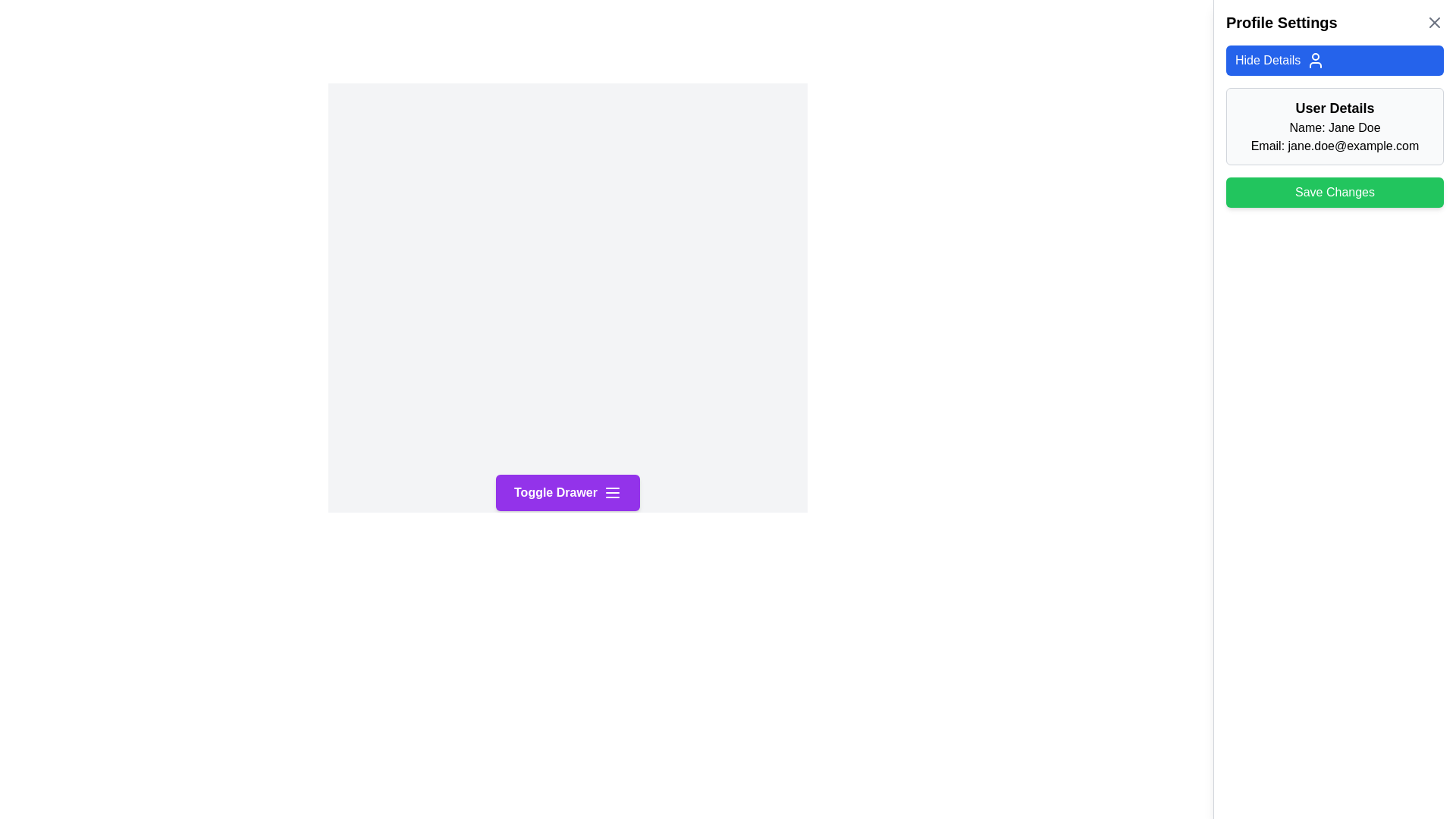  What do you see at coordinates (566, 493) in the screenshot?
I see `the button with rounded corners, purple background, and white bold text 'Toggle Drawer'` at bounding box center [566, 493].